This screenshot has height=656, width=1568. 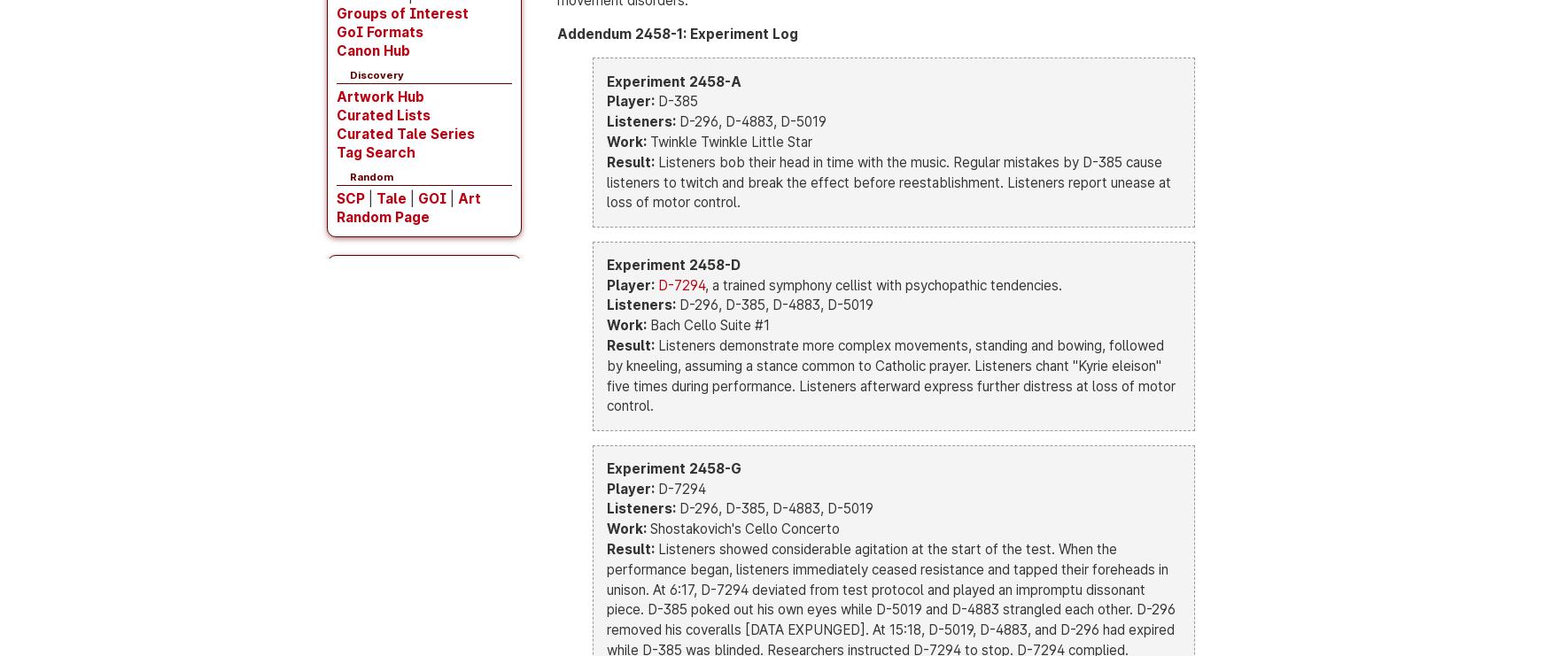 I want to click on 'Tag Search', so click(x=375, y=151).